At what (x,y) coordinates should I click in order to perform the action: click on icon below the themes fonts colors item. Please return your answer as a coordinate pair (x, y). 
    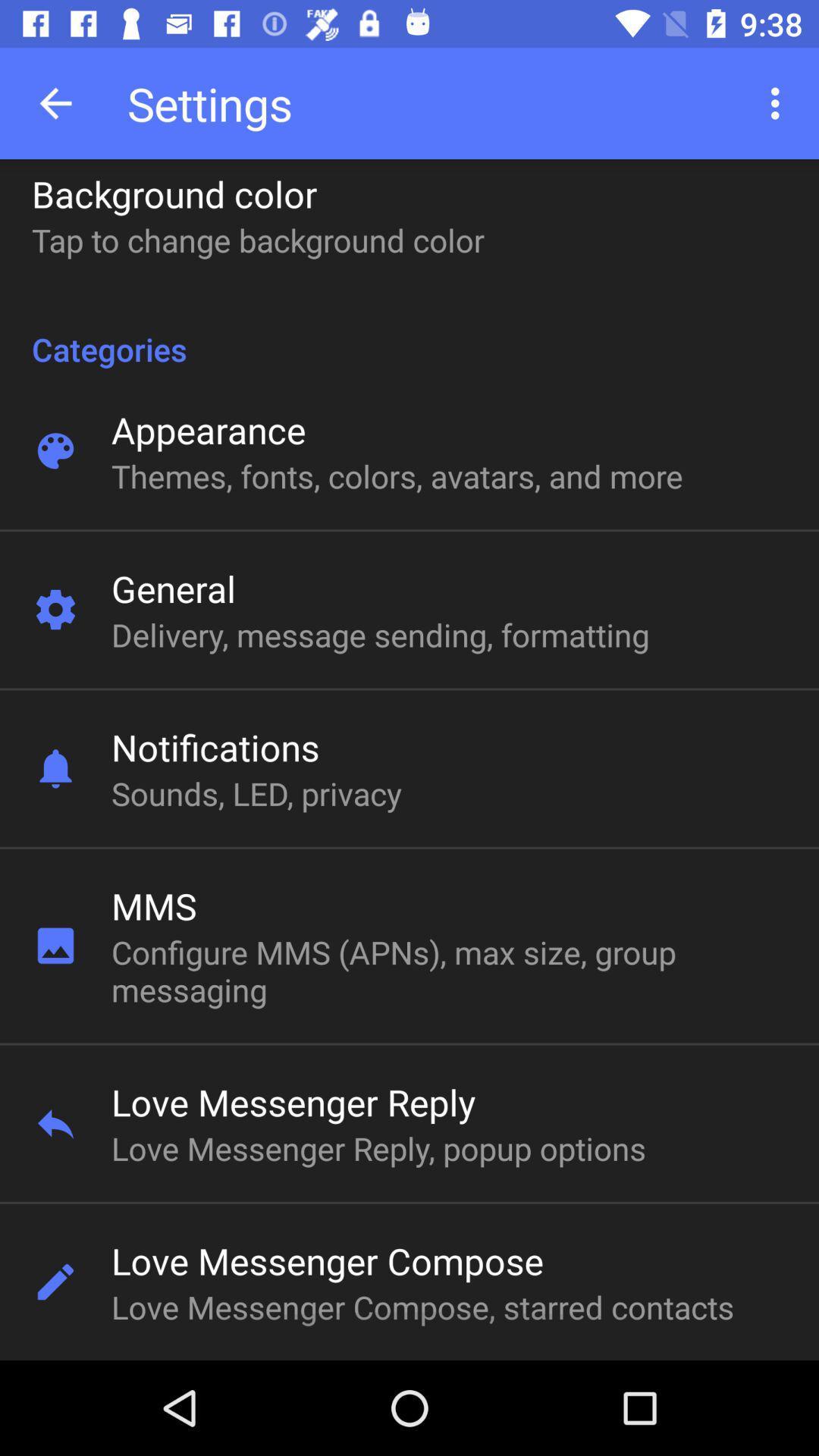
    Looking at the image, I should click on (173, 587).